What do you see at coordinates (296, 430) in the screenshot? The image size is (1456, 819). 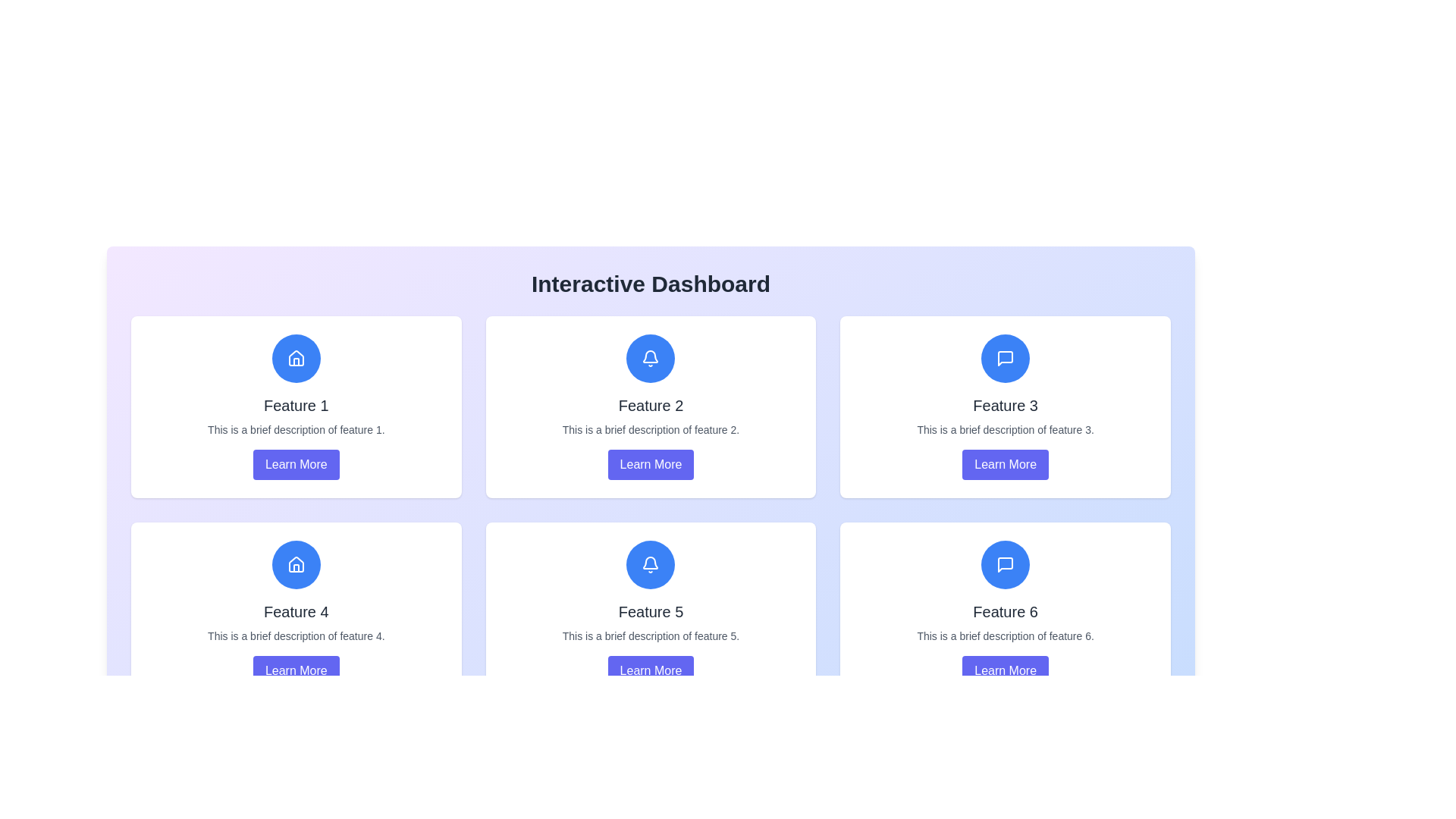 I see `the text component that states 'This is a brief description of feature 1.' styled with small, centered, gray font, located within the lower half of the feature card labeled 'Feature 1'` at bounding box center [296, 430].